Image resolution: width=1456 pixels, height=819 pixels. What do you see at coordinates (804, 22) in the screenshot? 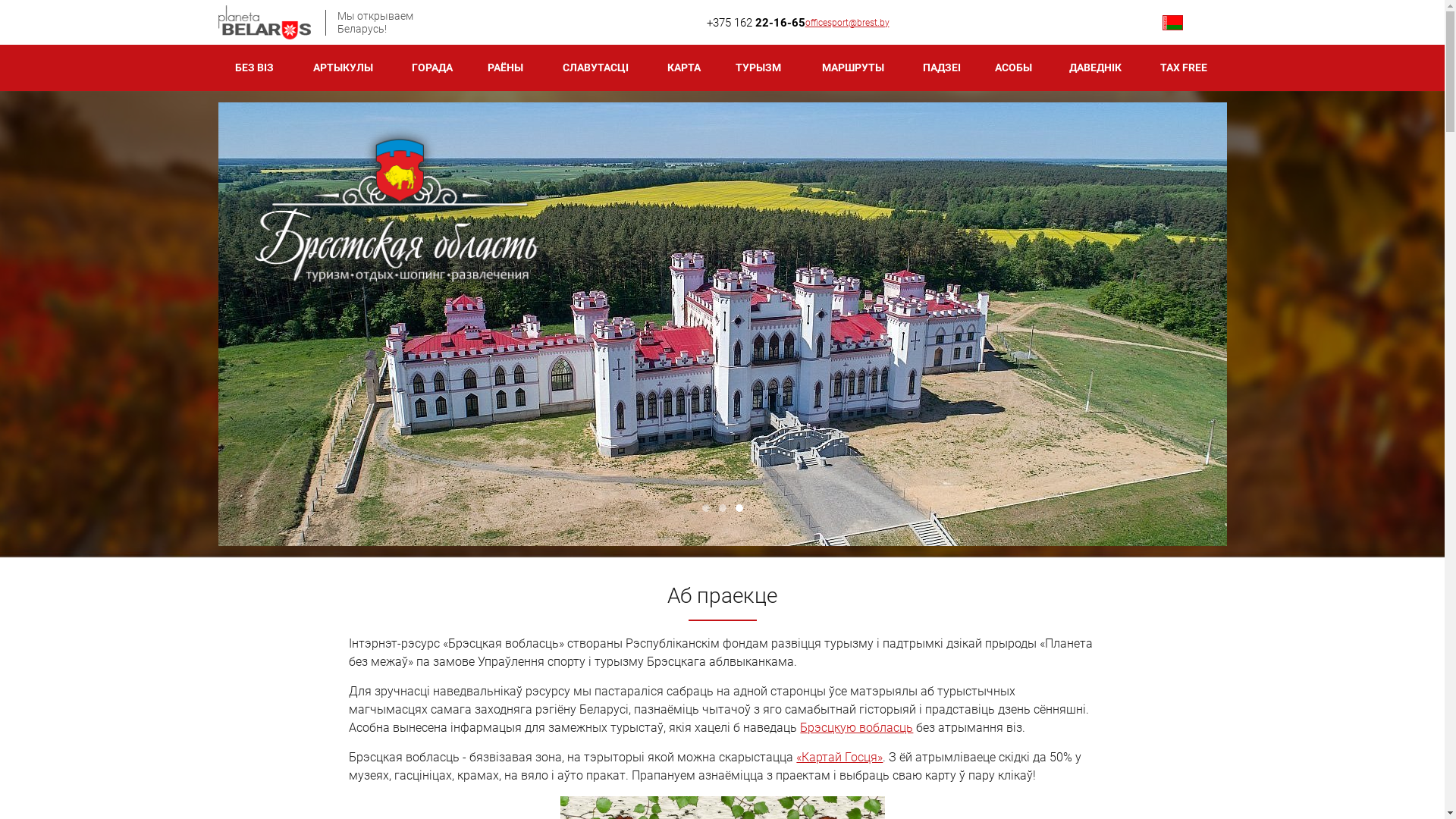
I see `'officesport@brest.by'` at bounding box center [804, 22].